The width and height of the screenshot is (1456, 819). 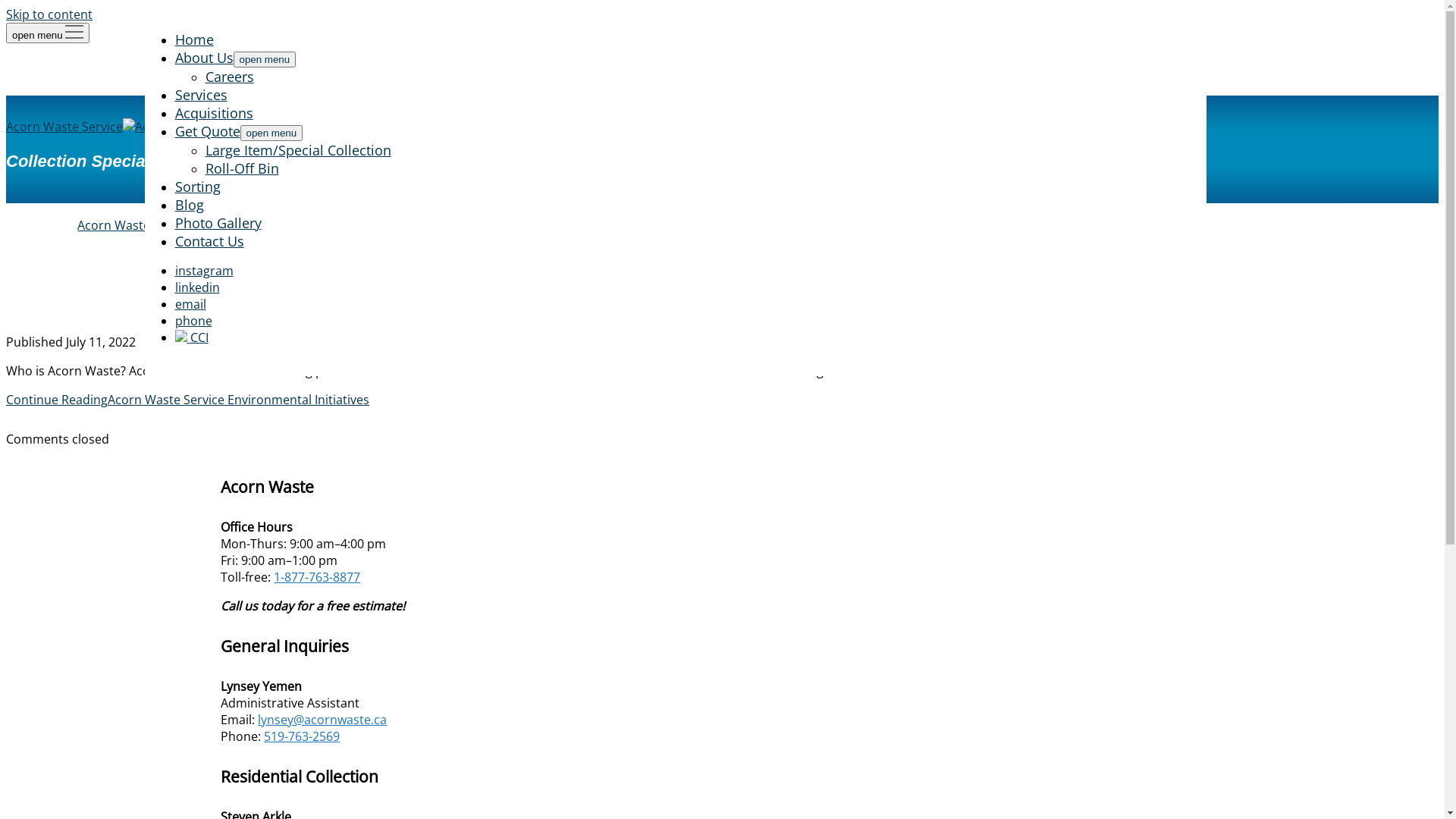 What do you see at coordinates (196, 186) in the screenshot?
I see `'Sorting'` at bounding box center [196, 186].